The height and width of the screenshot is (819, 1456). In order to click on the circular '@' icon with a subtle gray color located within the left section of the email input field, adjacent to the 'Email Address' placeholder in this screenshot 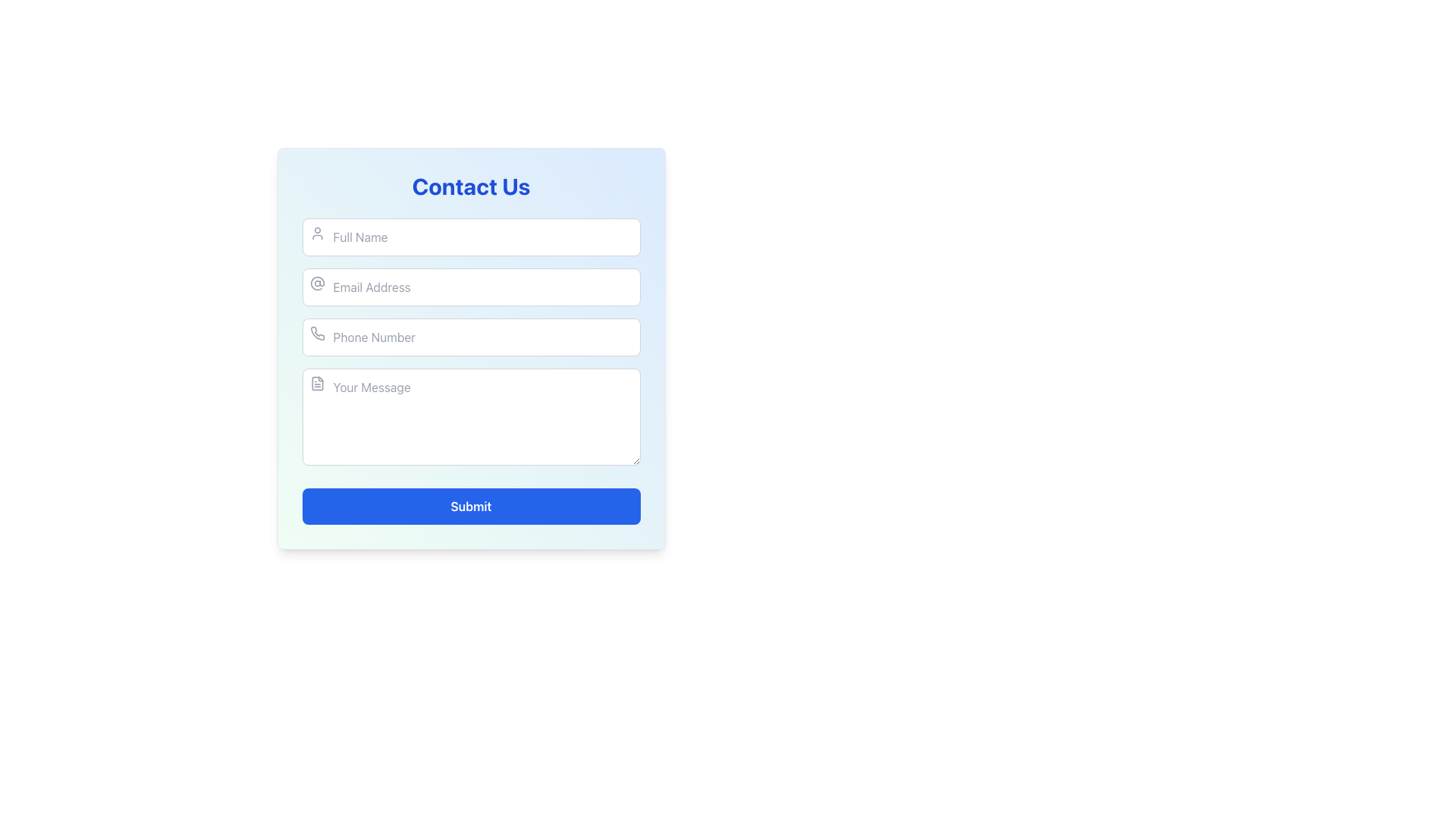, I will do `click(316, 284)`.